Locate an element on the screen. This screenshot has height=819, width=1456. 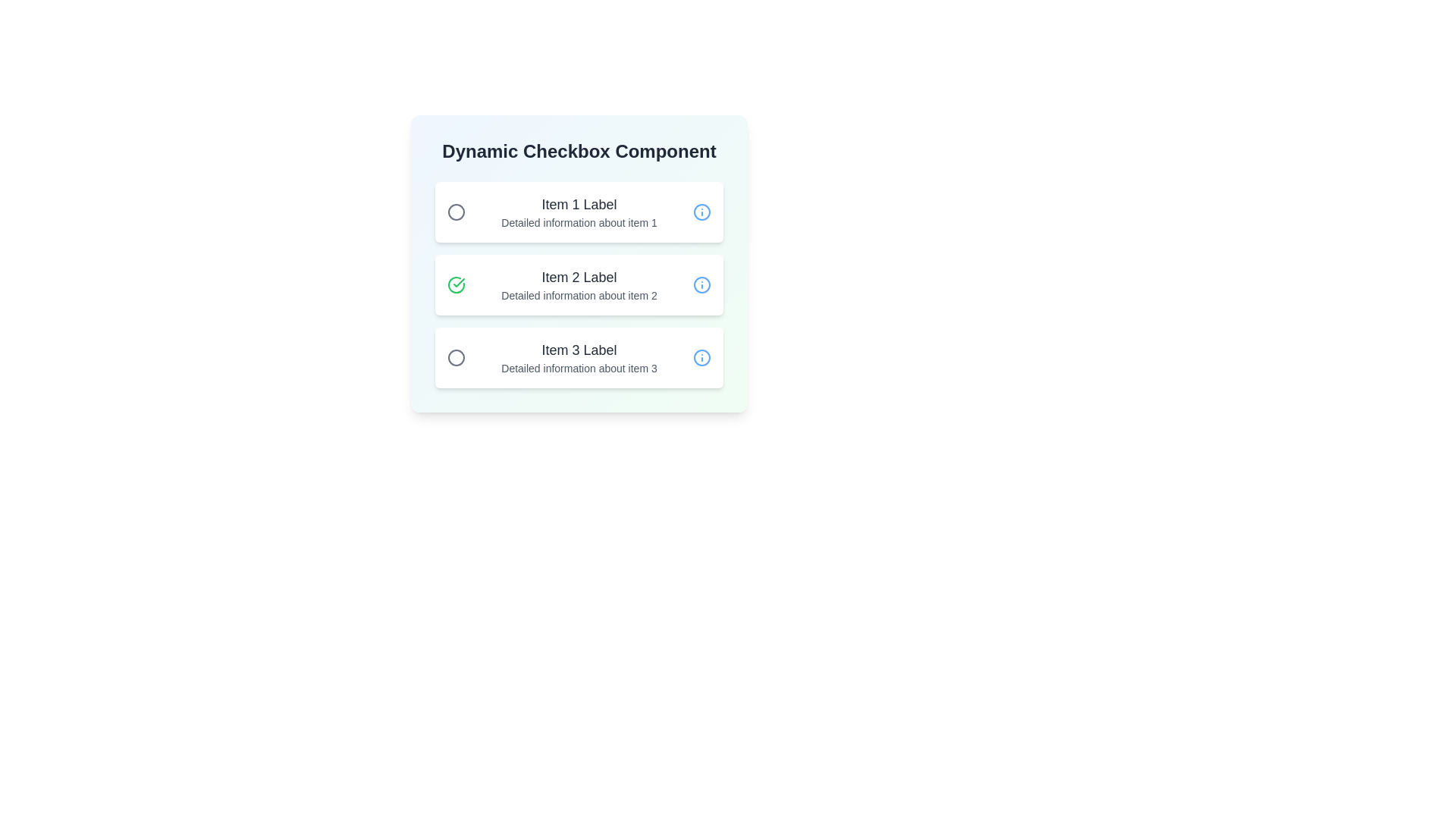
the 'info' icon for Item 3 to view additional information is located at coordinates (701, 357).